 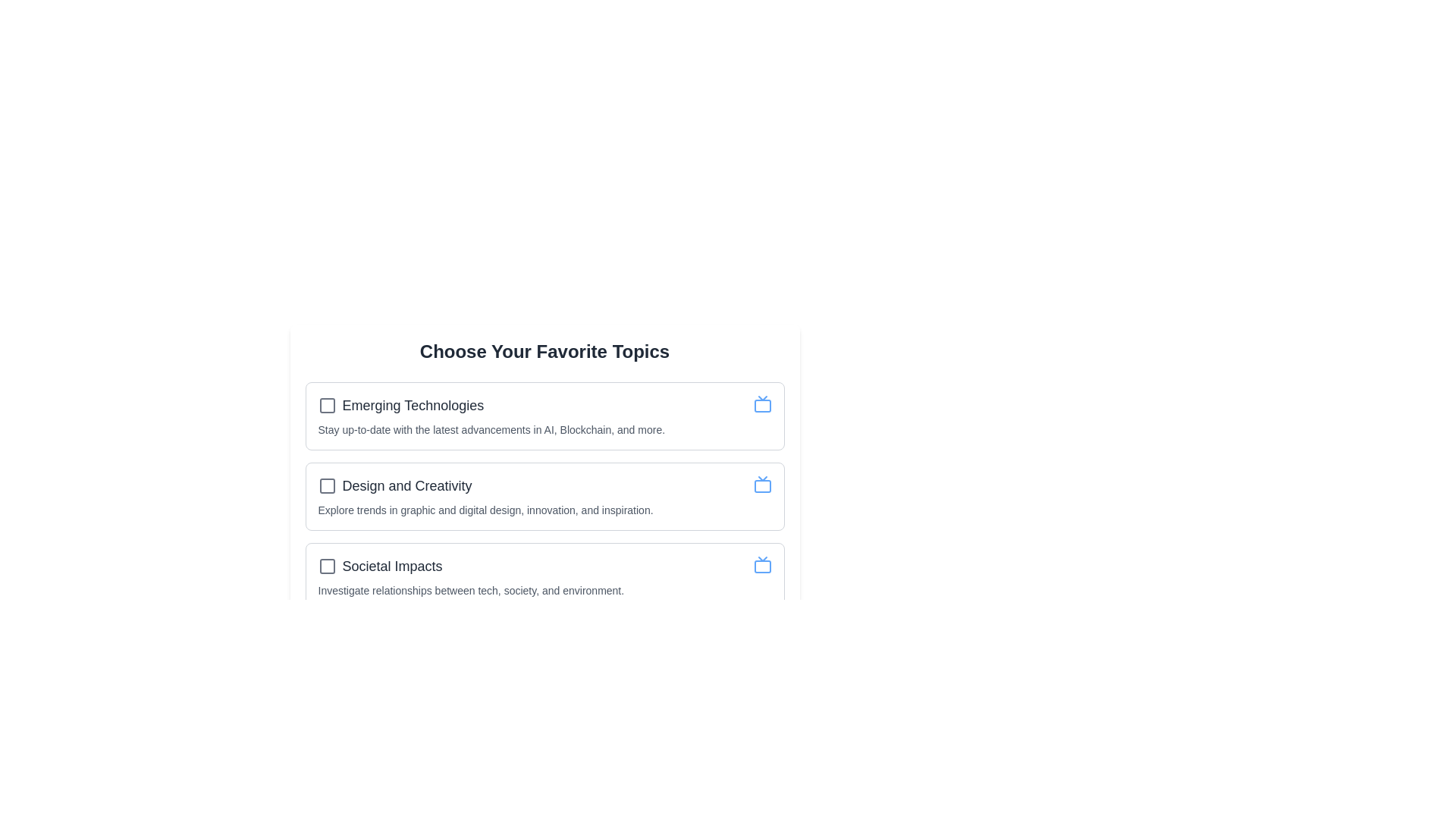 I want to click on to select the checkbox labeled 'Societal Impacts', which is the third item in a vertical list of topics, following 'Emerging Technologies' and 'Design and Creativity', so click(x=380, y=566).